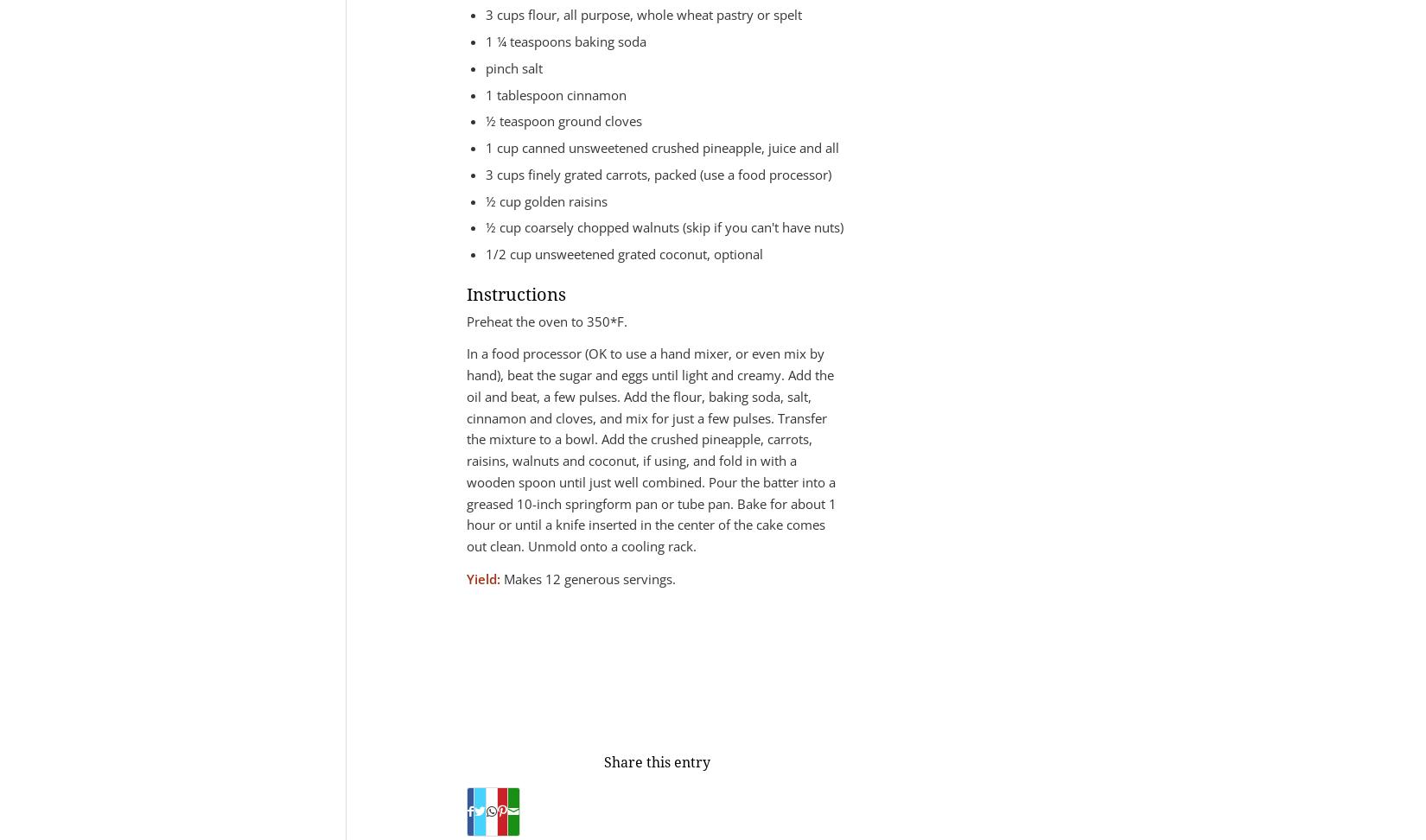 This screenshot has width=1426, height=840. What do you see at coordinates (474, 653) in the screenshot?
I see `'Kosher'` at bounding box center [474, 653].